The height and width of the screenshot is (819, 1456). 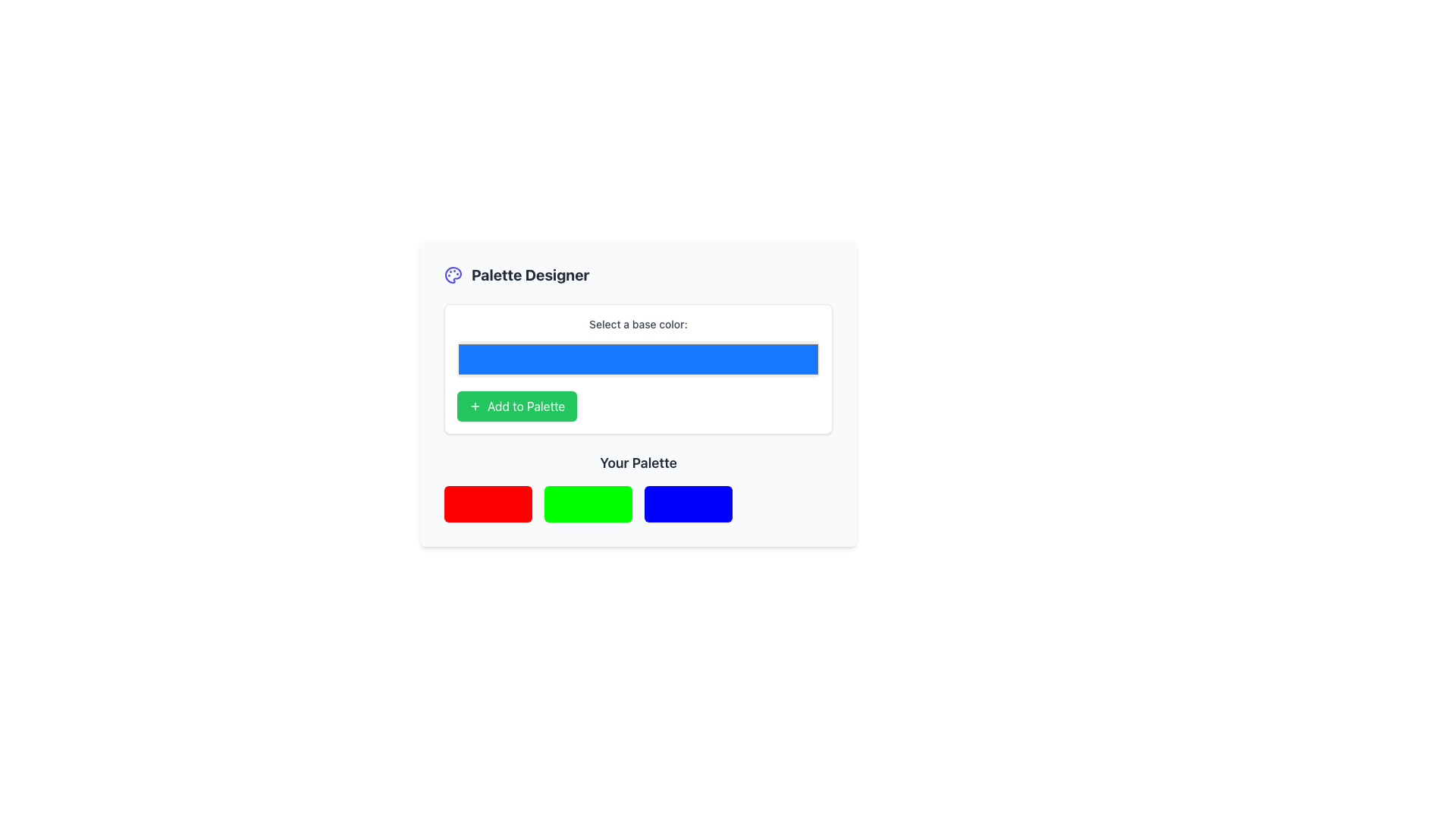 I want to click on the iconographic SVG graphic representing color palettes or design, located in the header section adjacent to the 'Palette Designer' text, so click(x=453, y=275).